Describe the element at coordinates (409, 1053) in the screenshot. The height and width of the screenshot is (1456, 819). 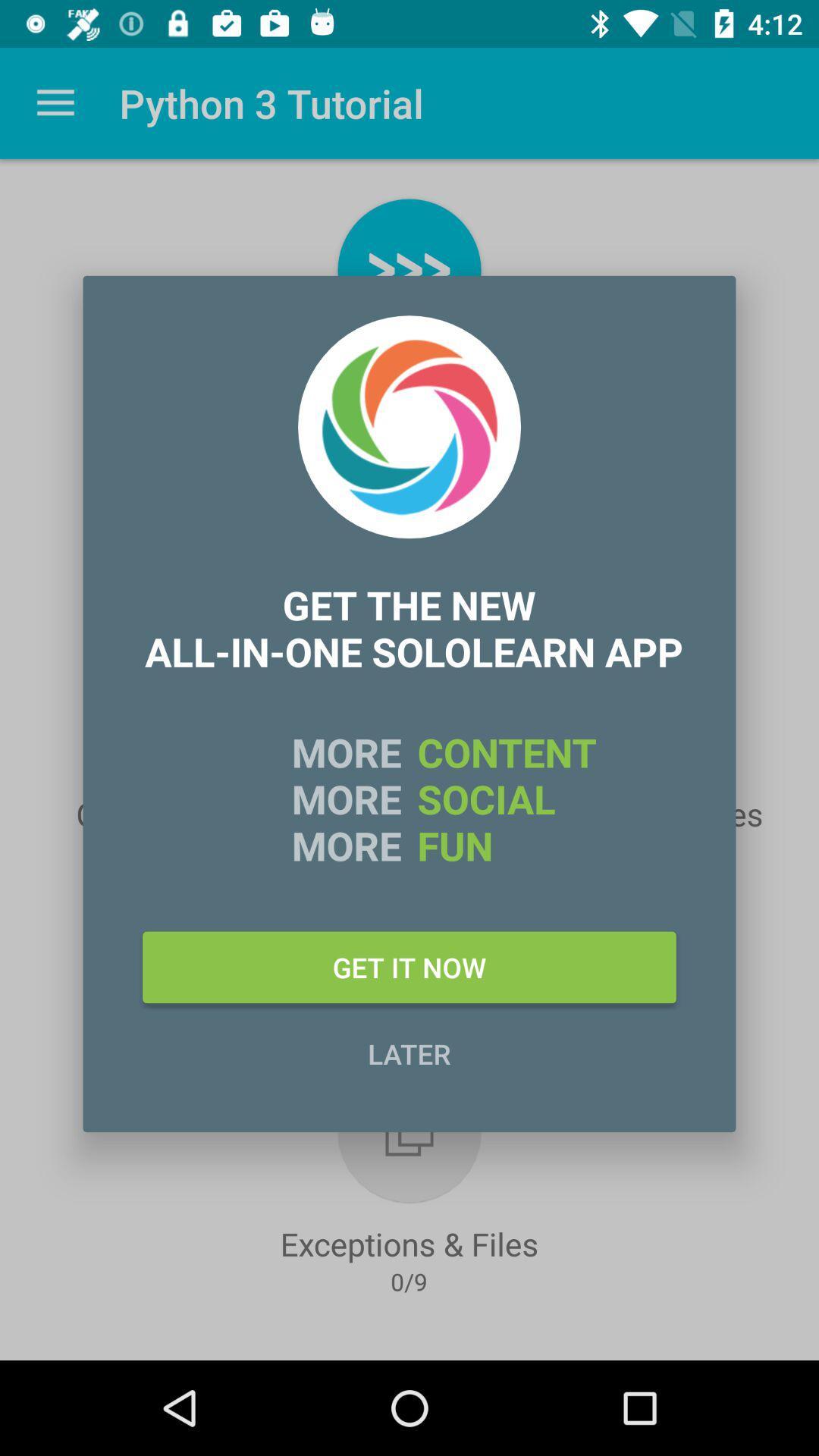
I see `icon below get it now` at that location.